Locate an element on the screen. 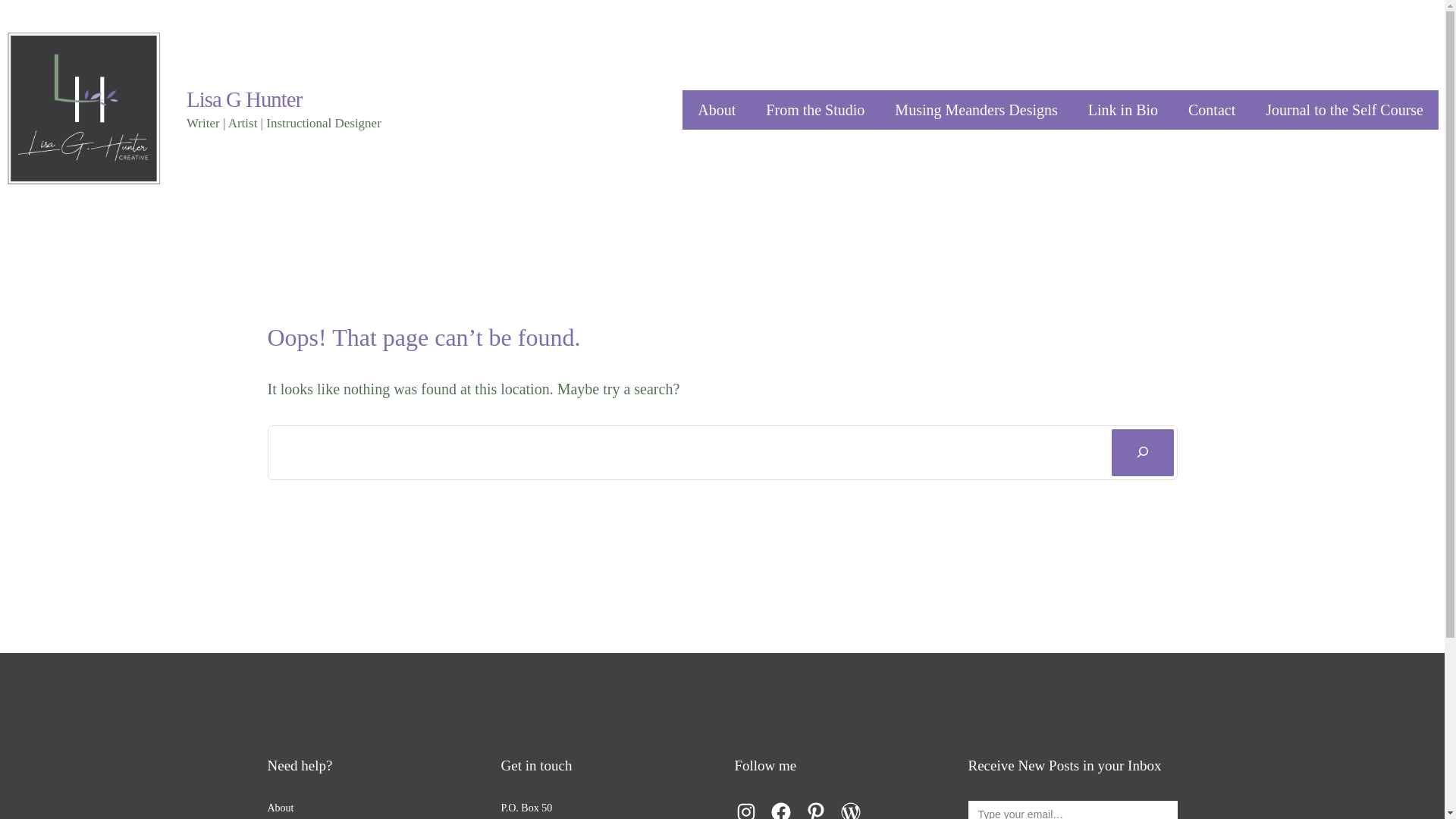  'From the Studio' is located at coordinates (814, 109).